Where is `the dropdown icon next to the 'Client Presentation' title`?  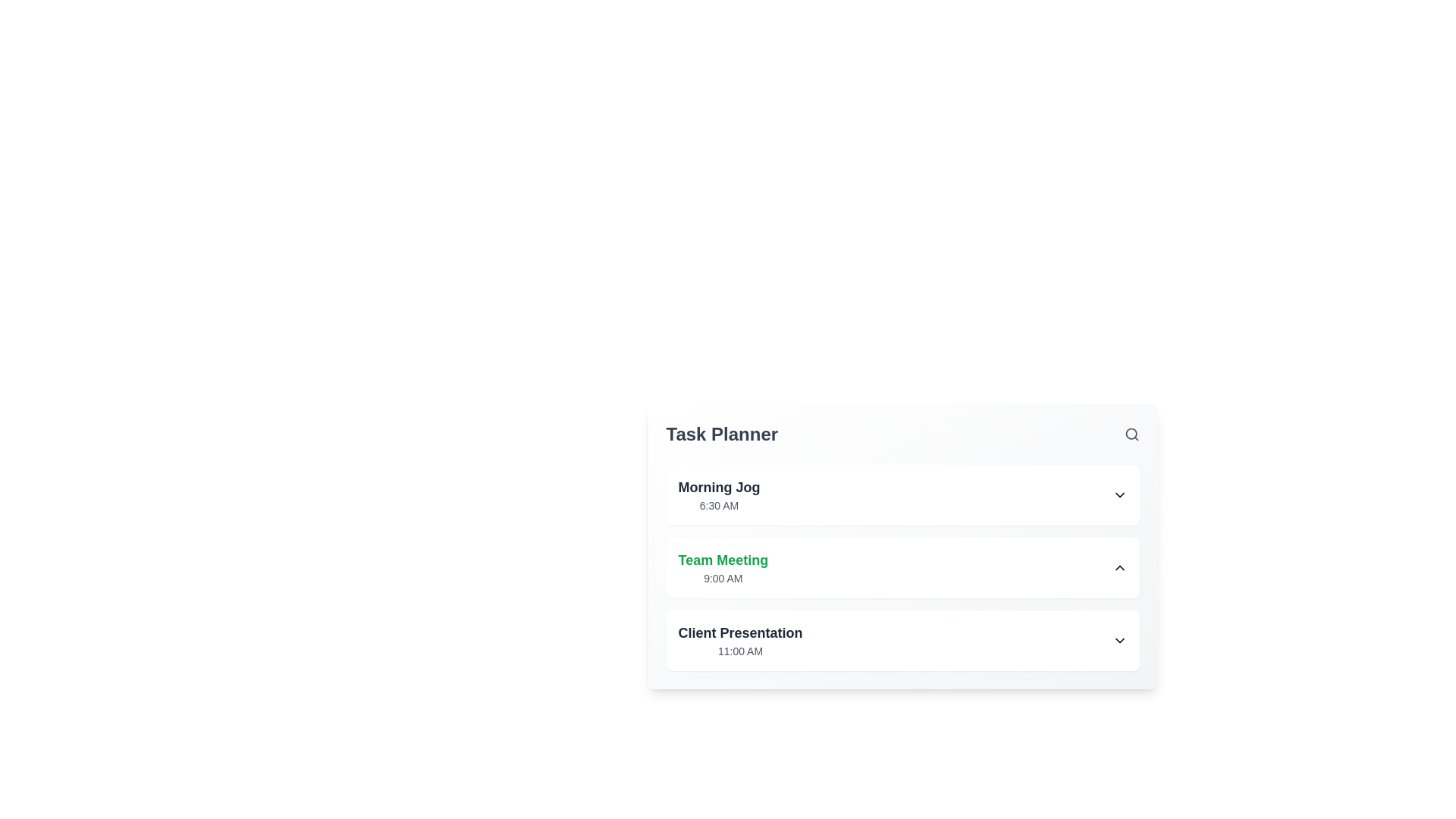 the dropdown icon next to the 'Client Presentation' title is located at coordinates (1119, 640).